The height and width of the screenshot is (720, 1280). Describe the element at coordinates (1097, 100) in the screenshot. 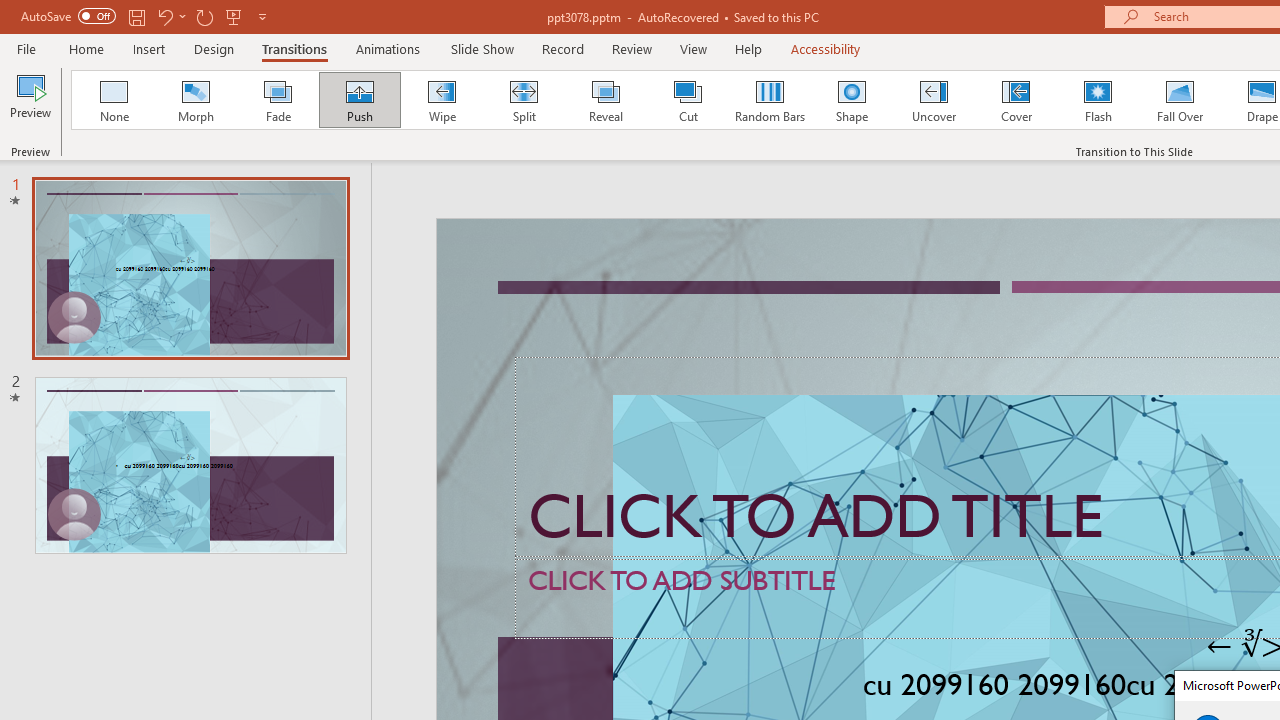

I see `'Flash'` at that location.